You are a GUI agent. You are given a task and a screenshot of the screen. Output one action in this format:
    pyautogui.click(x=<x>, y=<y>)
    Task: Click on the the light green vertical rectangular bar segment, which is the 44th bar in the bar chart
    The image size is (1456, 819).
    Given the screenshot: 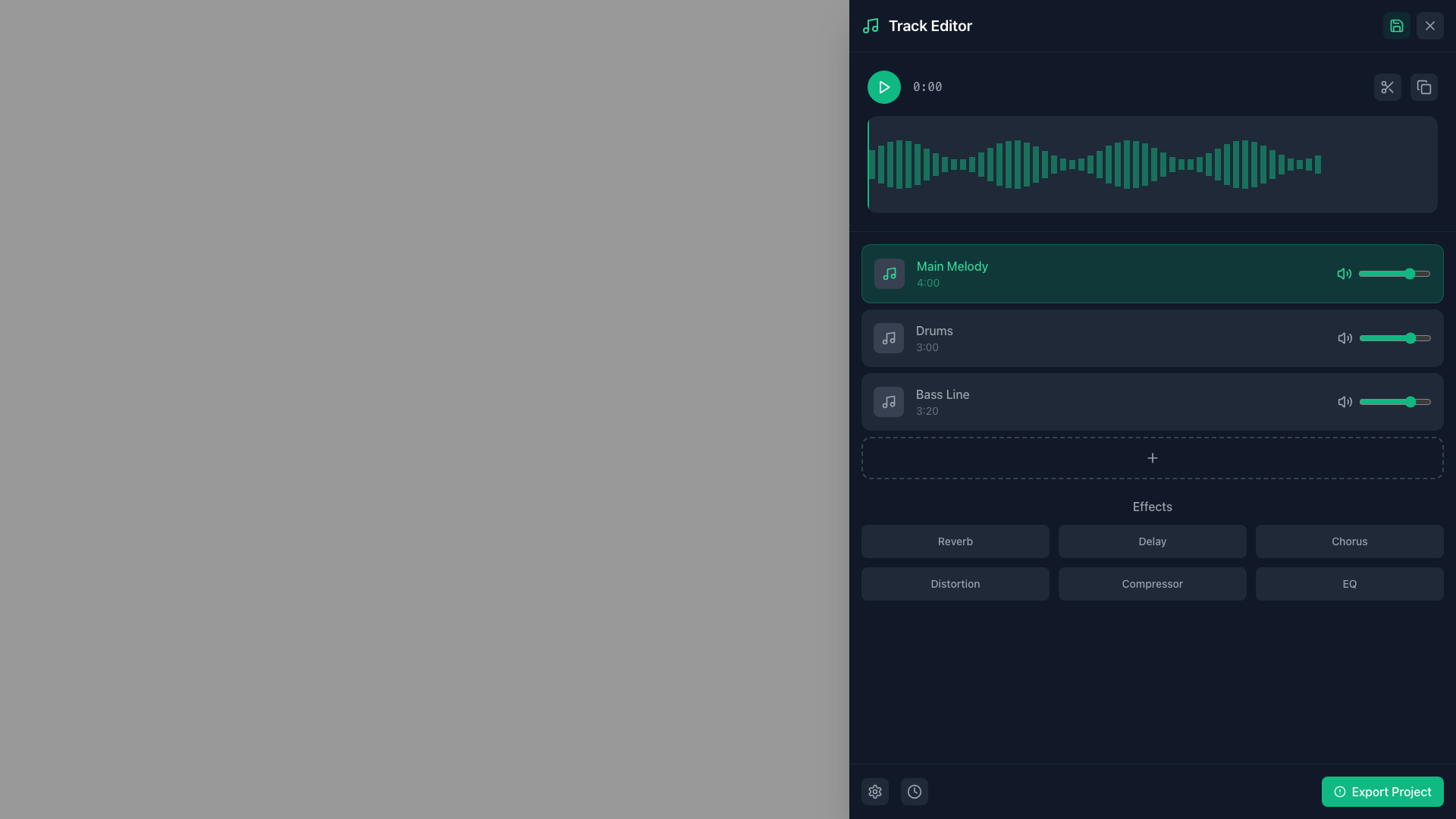 What is the action you would take?
    pyautogui.click(x=1298, y=164)
    